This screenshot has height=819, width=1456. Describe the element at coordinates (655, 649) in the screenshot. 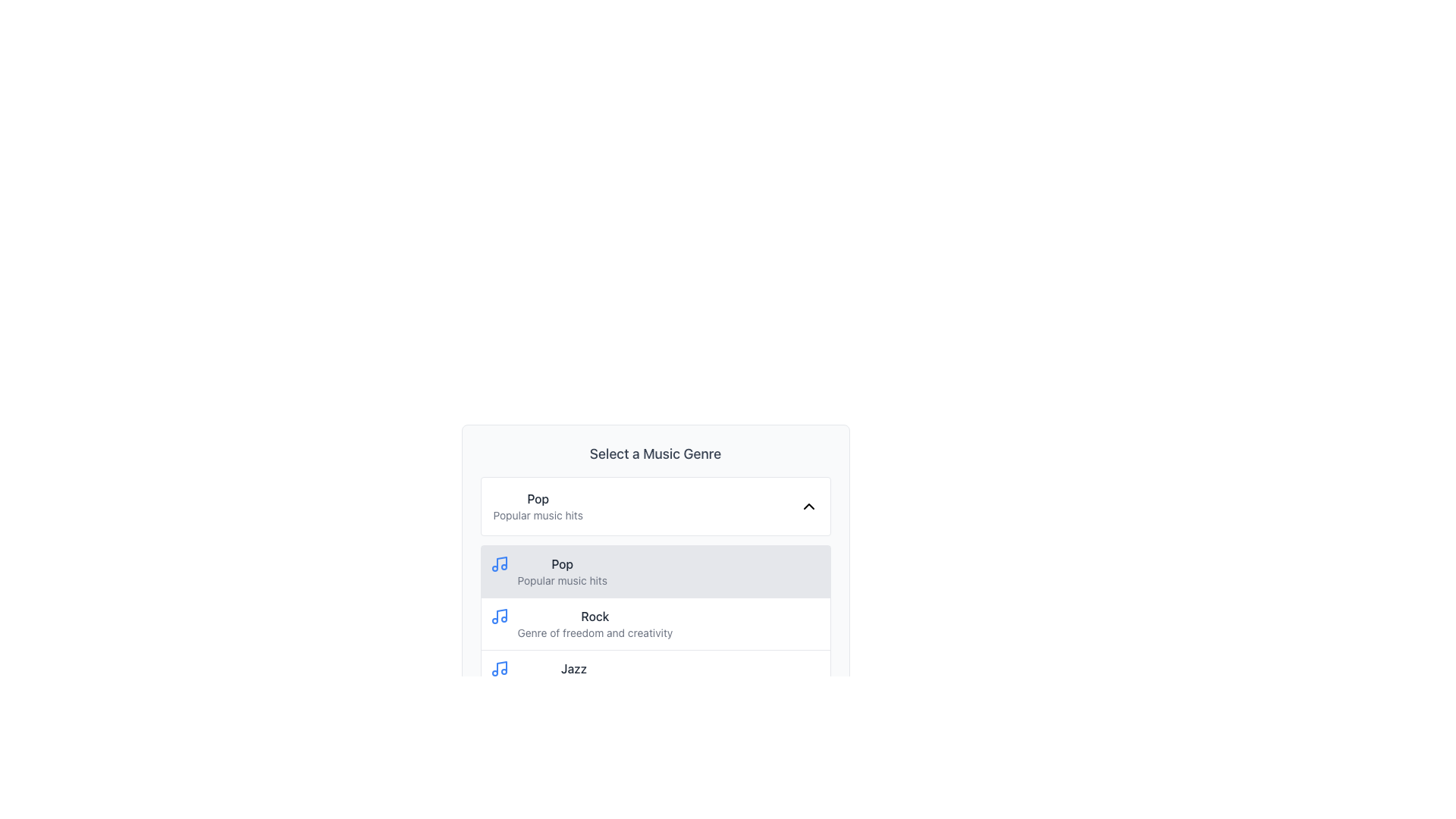

I see `the second genre option in the dropdown list for music genres, which is located below 'Pop' and above 'Jazz'` at that location.